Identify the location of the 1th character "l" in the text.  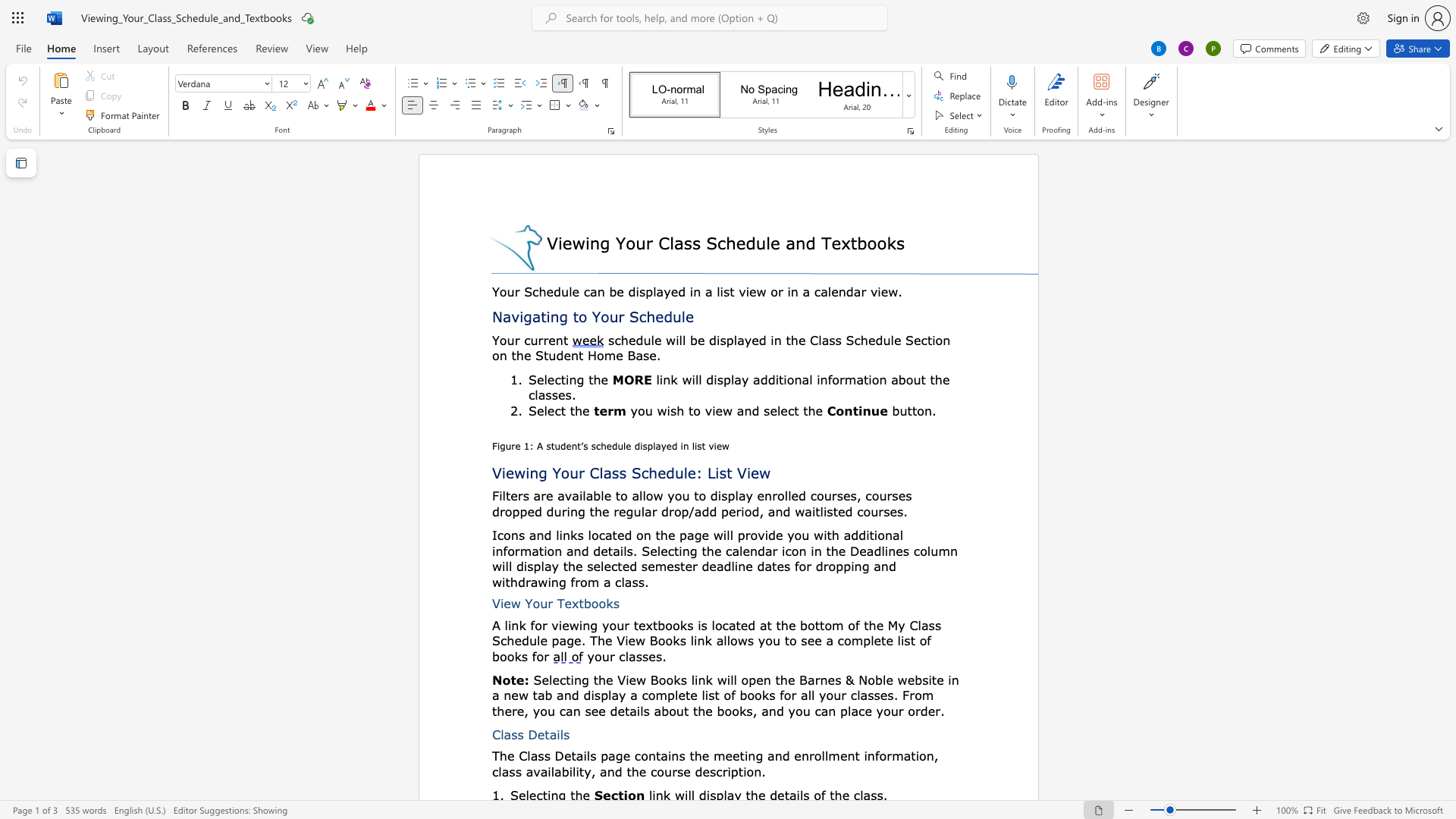
(545, 378).